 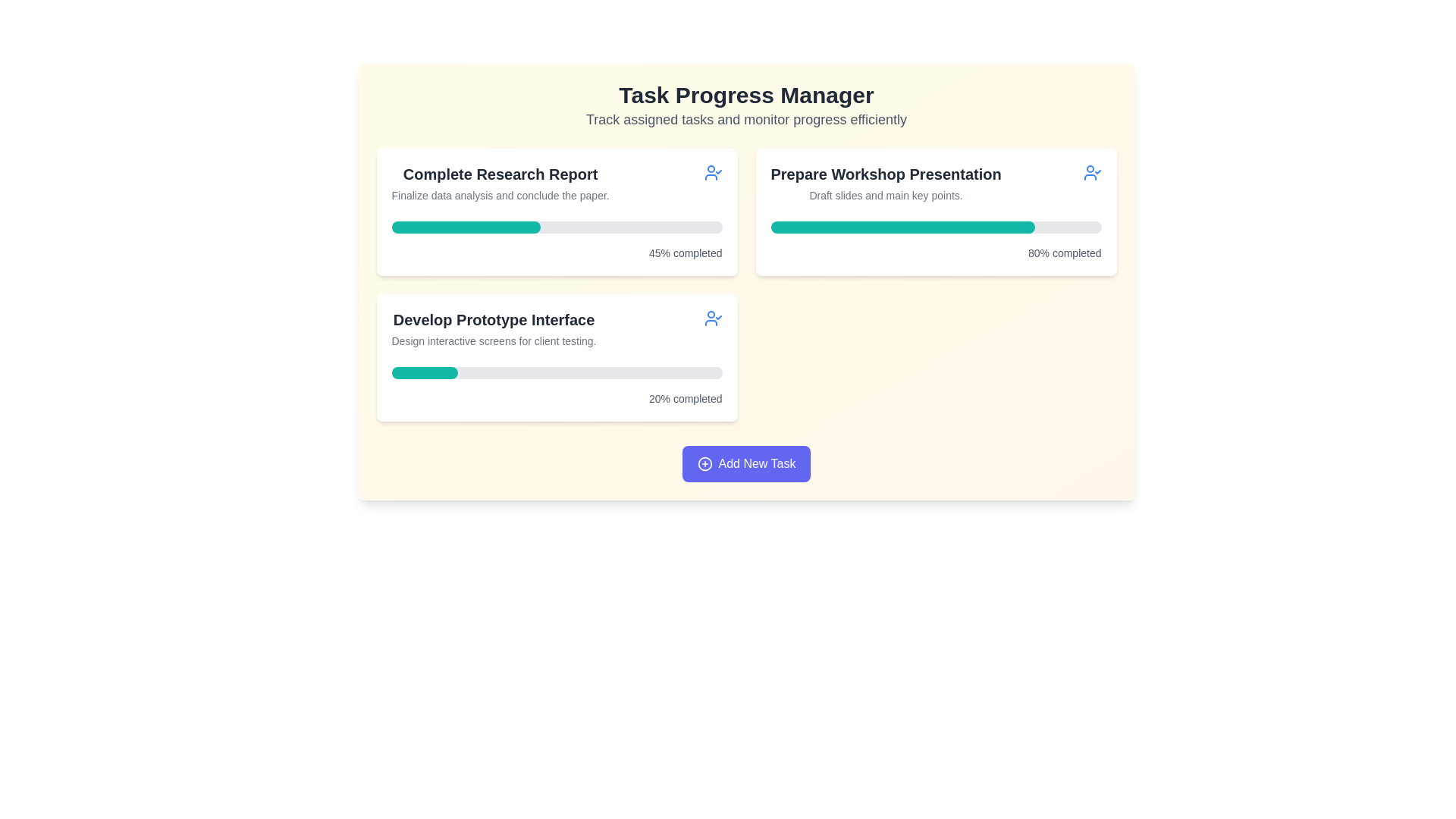 What do you see at coordinates (935, 227) in the screenshot?
I see `the progress bar indicating 80% completion for the task 'Prepare Workshop Presentation', which is located beneath the description 'Draft slides and main key points.'` at bounding box center [935, 227].